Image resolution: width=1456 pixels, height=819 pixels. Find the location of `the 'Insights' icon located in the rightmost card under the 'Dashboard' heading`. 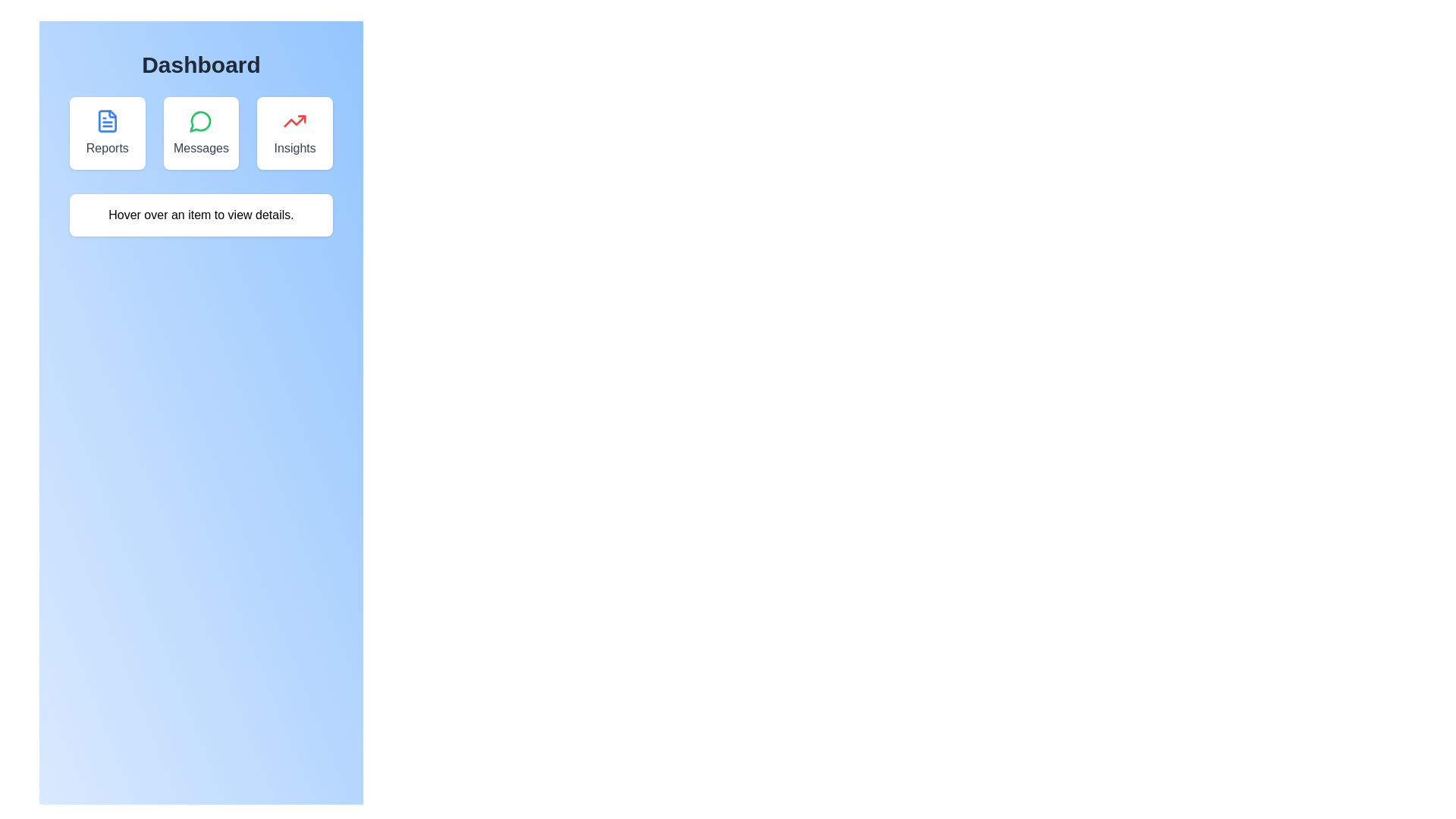

the 'Insights' icon located in the rightmost card under the 'Dashboard' heading is located at coordinates (295, 120).